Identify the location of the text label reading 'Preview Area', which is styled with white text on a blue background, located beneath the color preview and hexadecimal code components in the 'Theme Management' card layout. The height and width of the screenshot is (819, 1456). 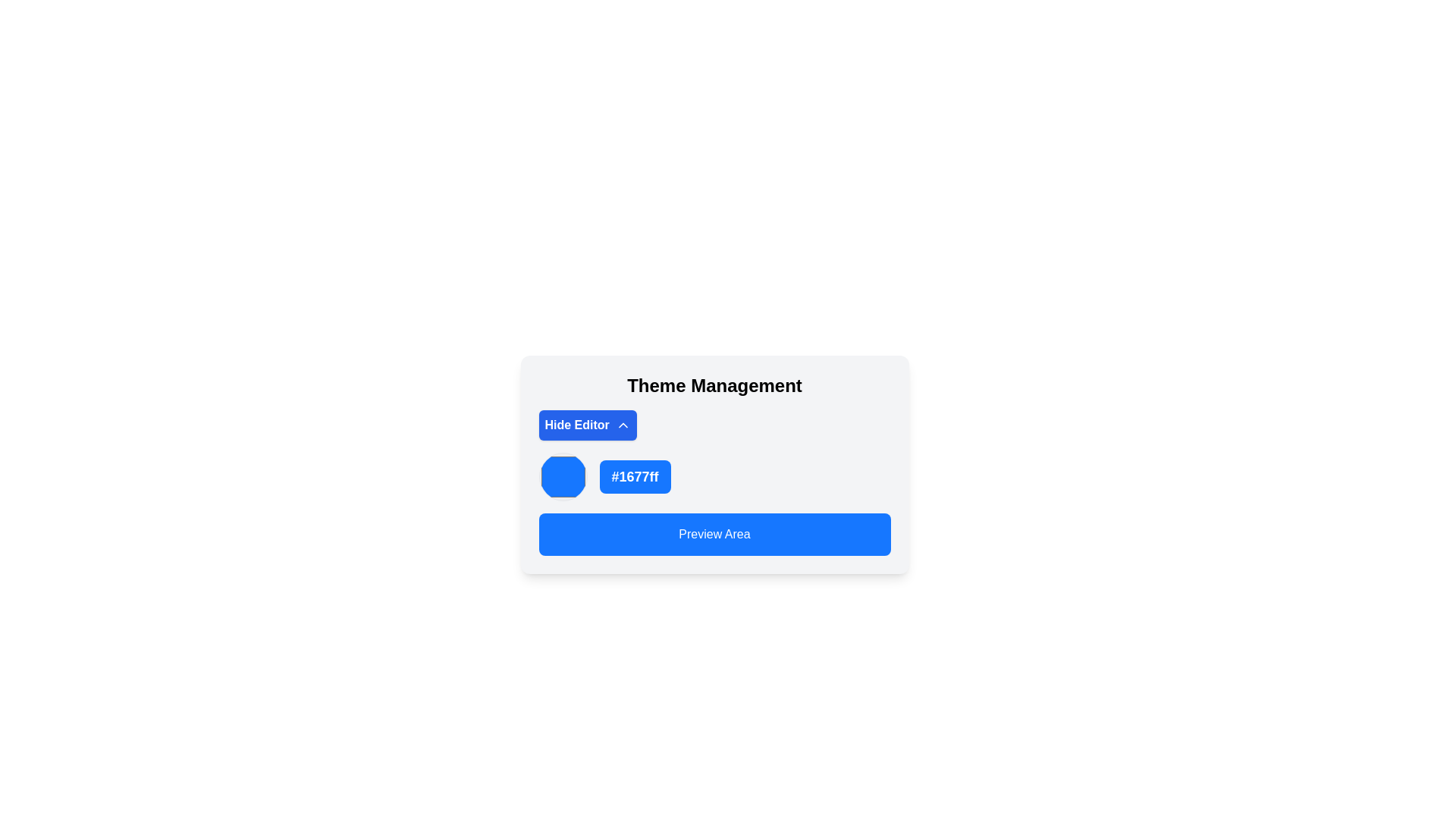
(714, 534).